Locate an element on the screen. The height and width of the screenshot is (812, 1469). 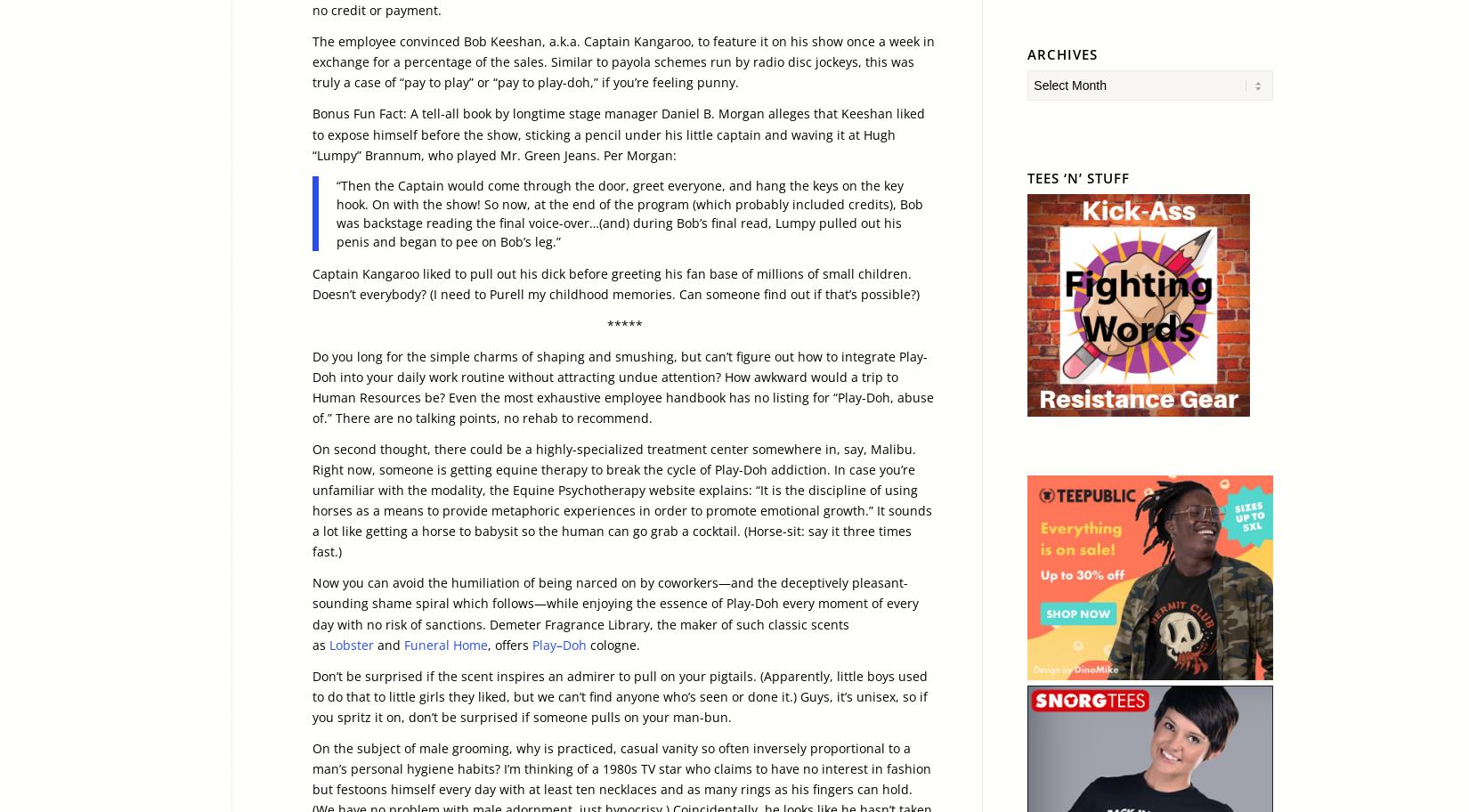
'and' is located at coordinates (387, 643).